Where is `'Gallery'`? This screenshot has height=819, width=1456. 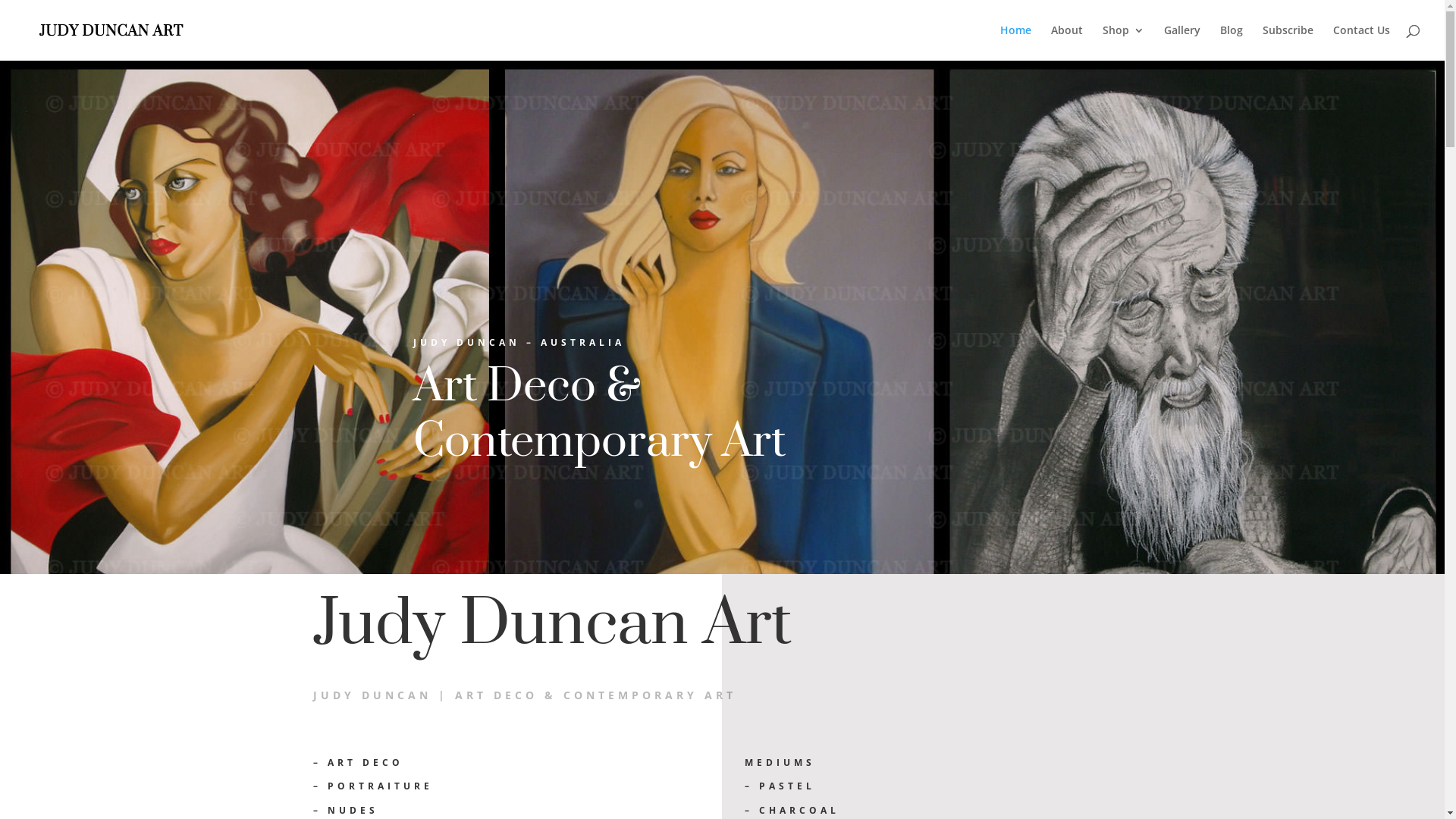 'Gallery' is located at coordinates (1163, 42).